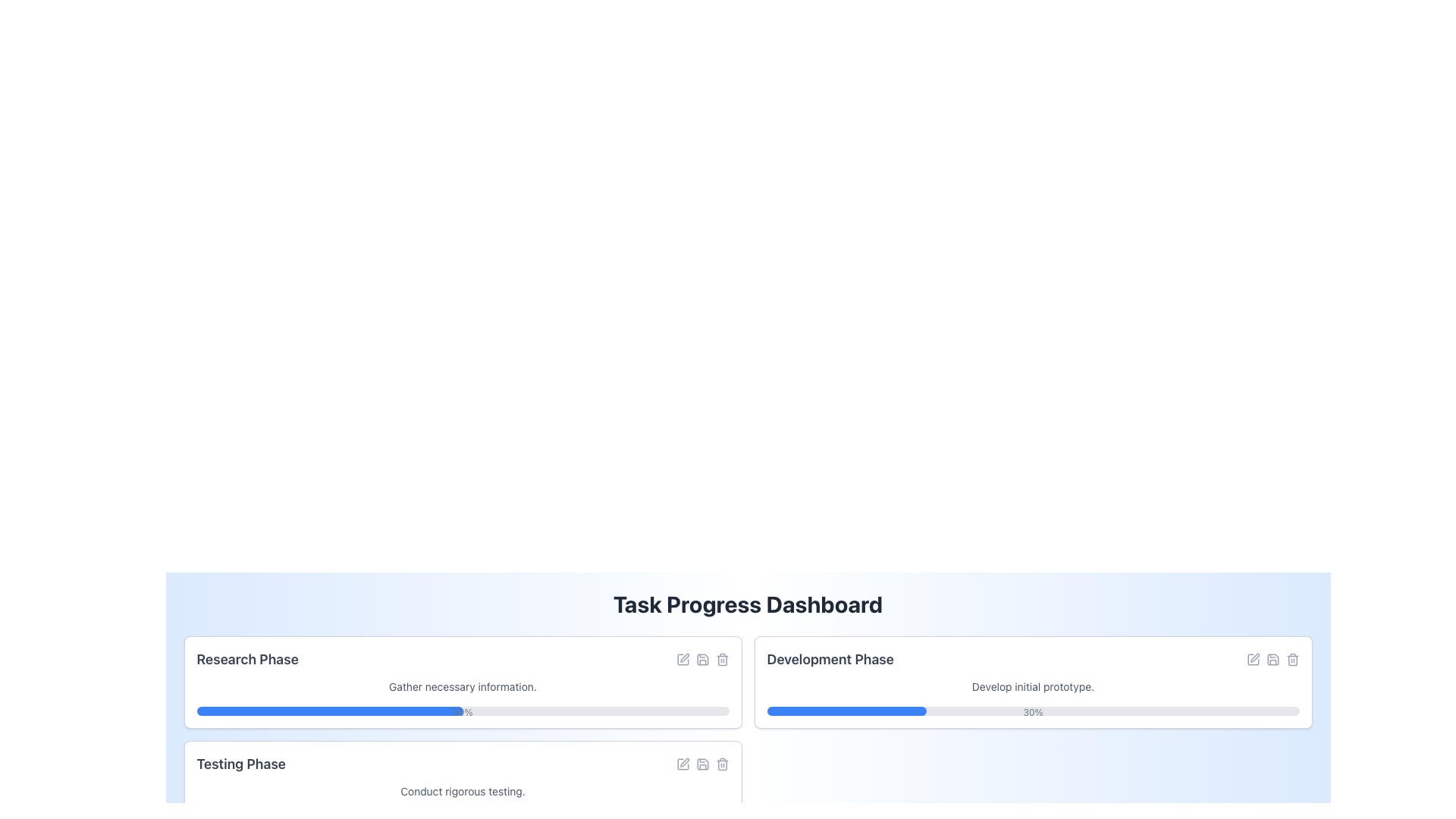  What do you see at coordinates (1032, 687) in the screenshot?
I see `the Text label displaying details about the associated phase's task or goal within the 'Development Phase' card, located centered below the card's title and above the progress bar` at bounding box center [1032, 687].